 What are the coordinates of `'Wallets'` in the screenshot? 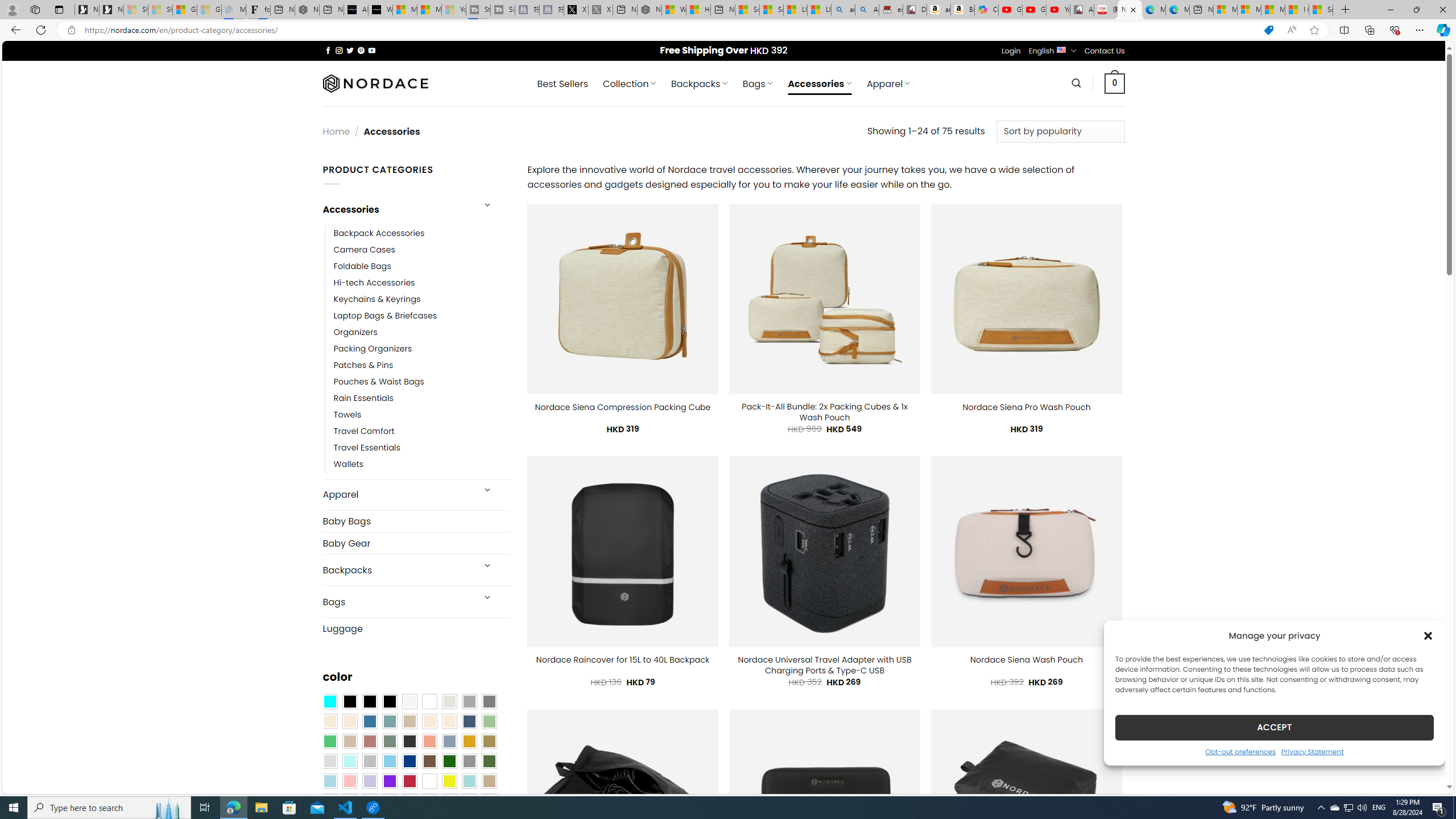 It's located at (421, 464).